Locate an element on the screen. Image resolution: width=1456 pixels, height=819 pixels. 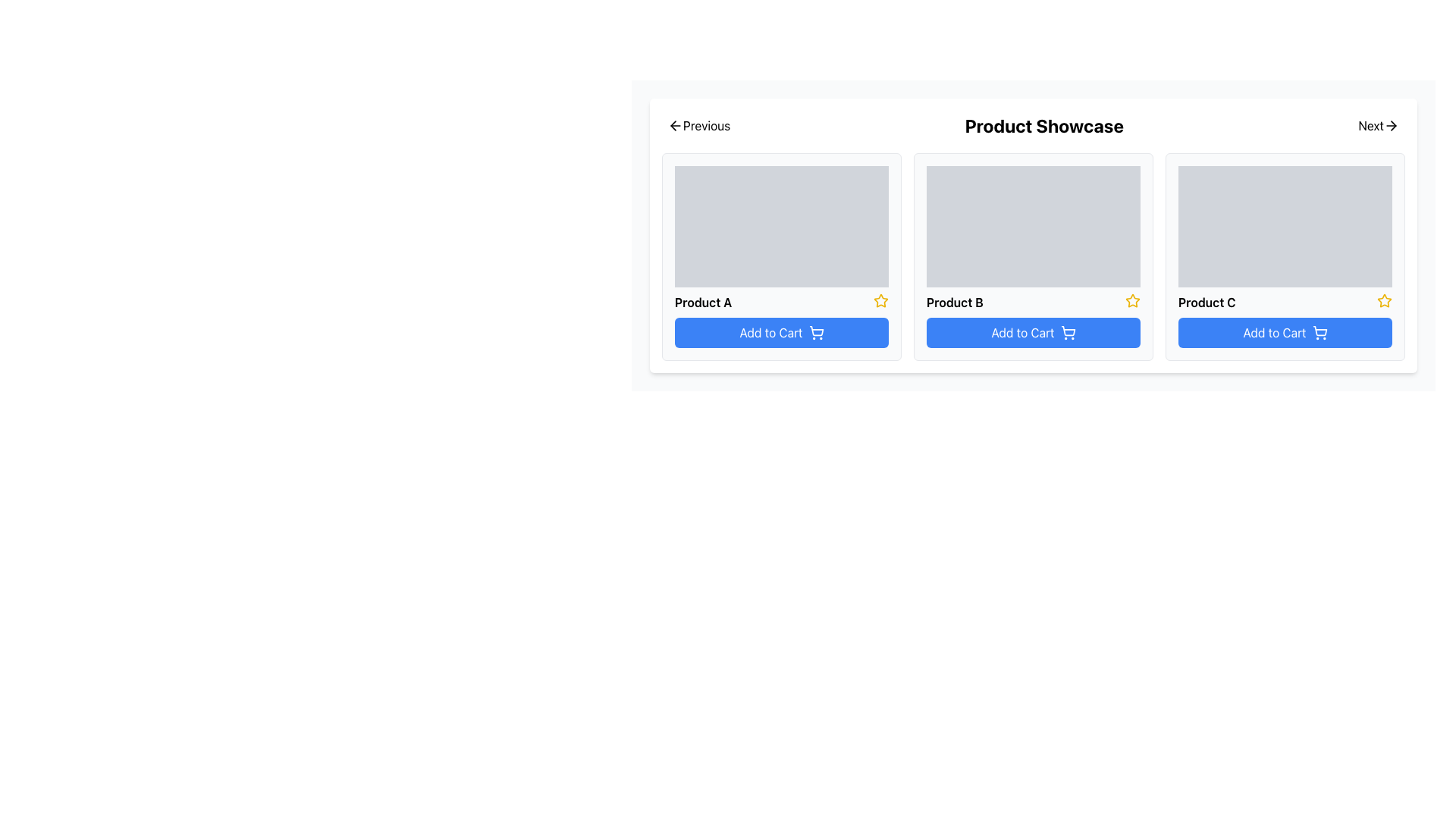
the 'Add to Cart' icon located inside the 'Add to Cart' button for 'Product B' is located at coordinates (1066, 332).